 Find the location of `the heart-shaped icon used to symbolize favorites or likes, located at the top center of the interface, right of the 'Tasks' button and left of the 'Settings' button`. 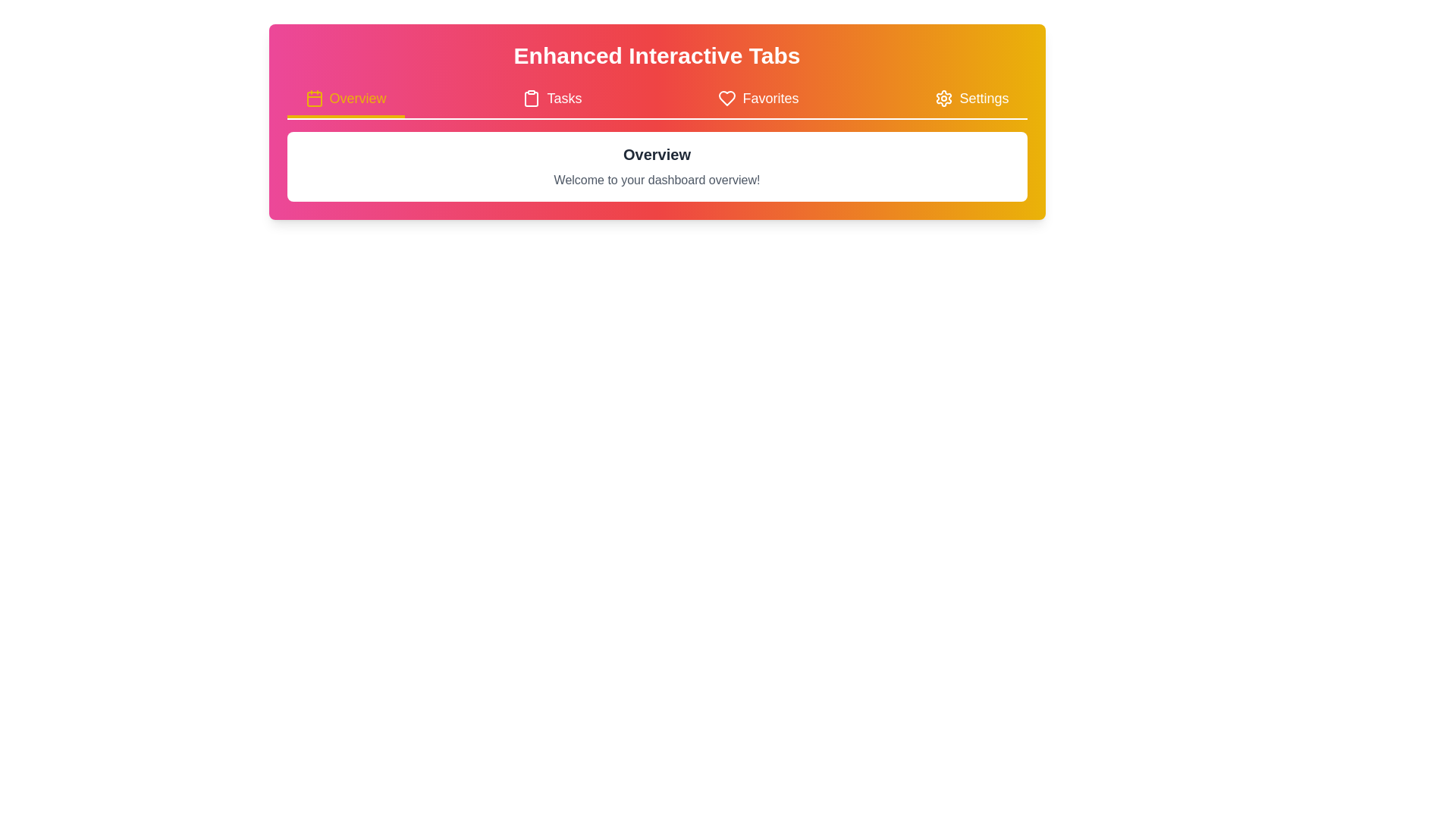

the heart-shaped icon used to symbolize favorites or likes, located at the top center of the interface, right of the 'Tasks' button and left of the 'Settings' button is located at coordinates (726, 99).